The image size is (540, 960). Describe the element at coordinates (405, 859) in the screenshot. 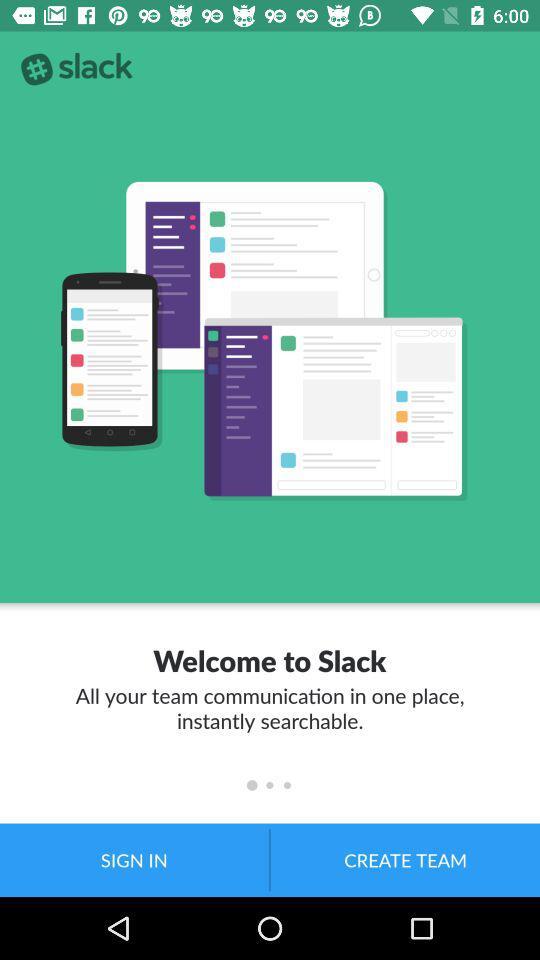

I see `the create team item` at that location.